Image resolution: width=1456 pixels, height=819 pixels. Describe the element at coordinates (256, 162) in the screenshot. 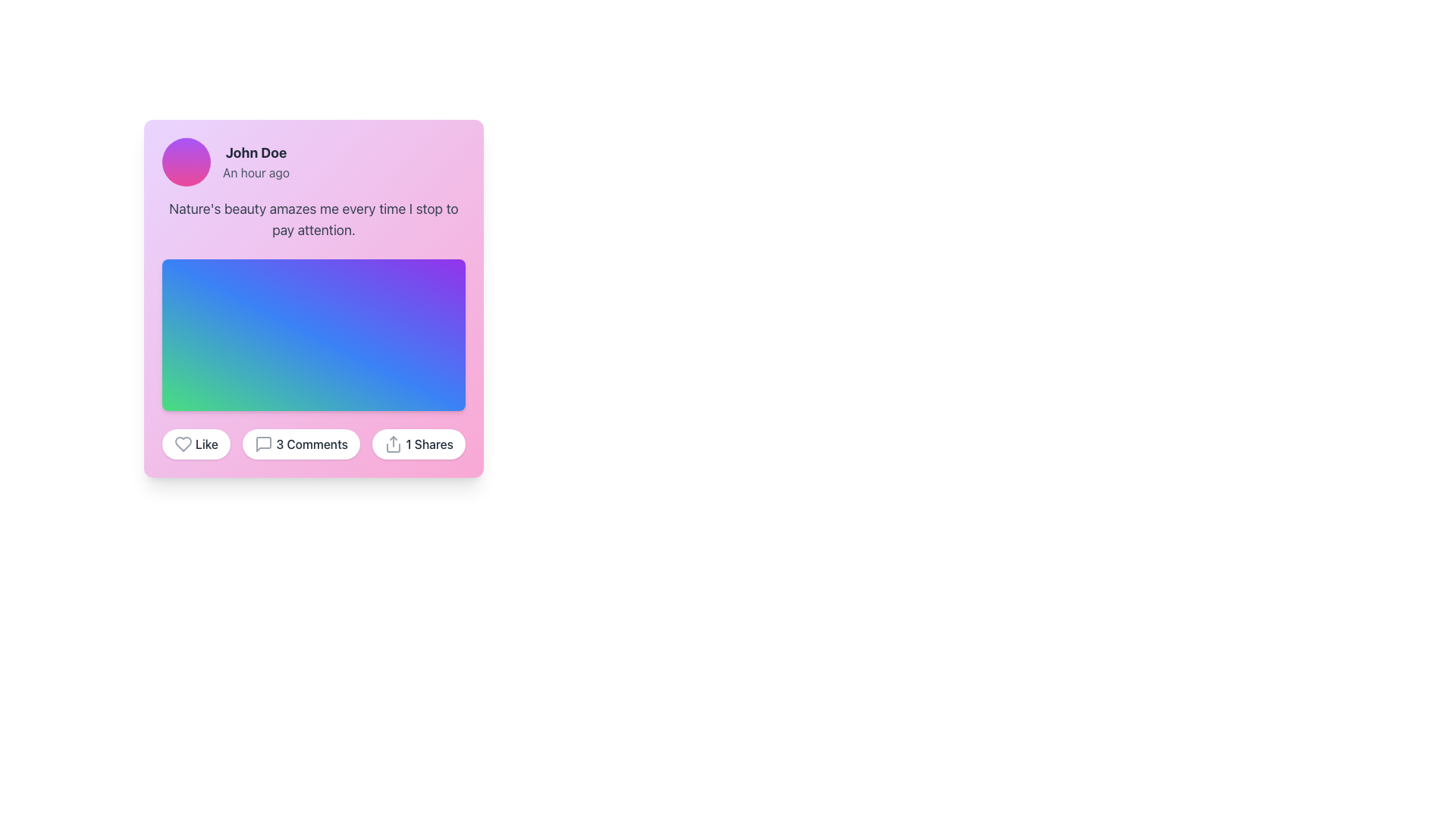

I see `the text element displaying 'John Doe' and 'An hour ago', which is located in the top center area of the card-like interface, next to a circular gradient profile picture` at that location.